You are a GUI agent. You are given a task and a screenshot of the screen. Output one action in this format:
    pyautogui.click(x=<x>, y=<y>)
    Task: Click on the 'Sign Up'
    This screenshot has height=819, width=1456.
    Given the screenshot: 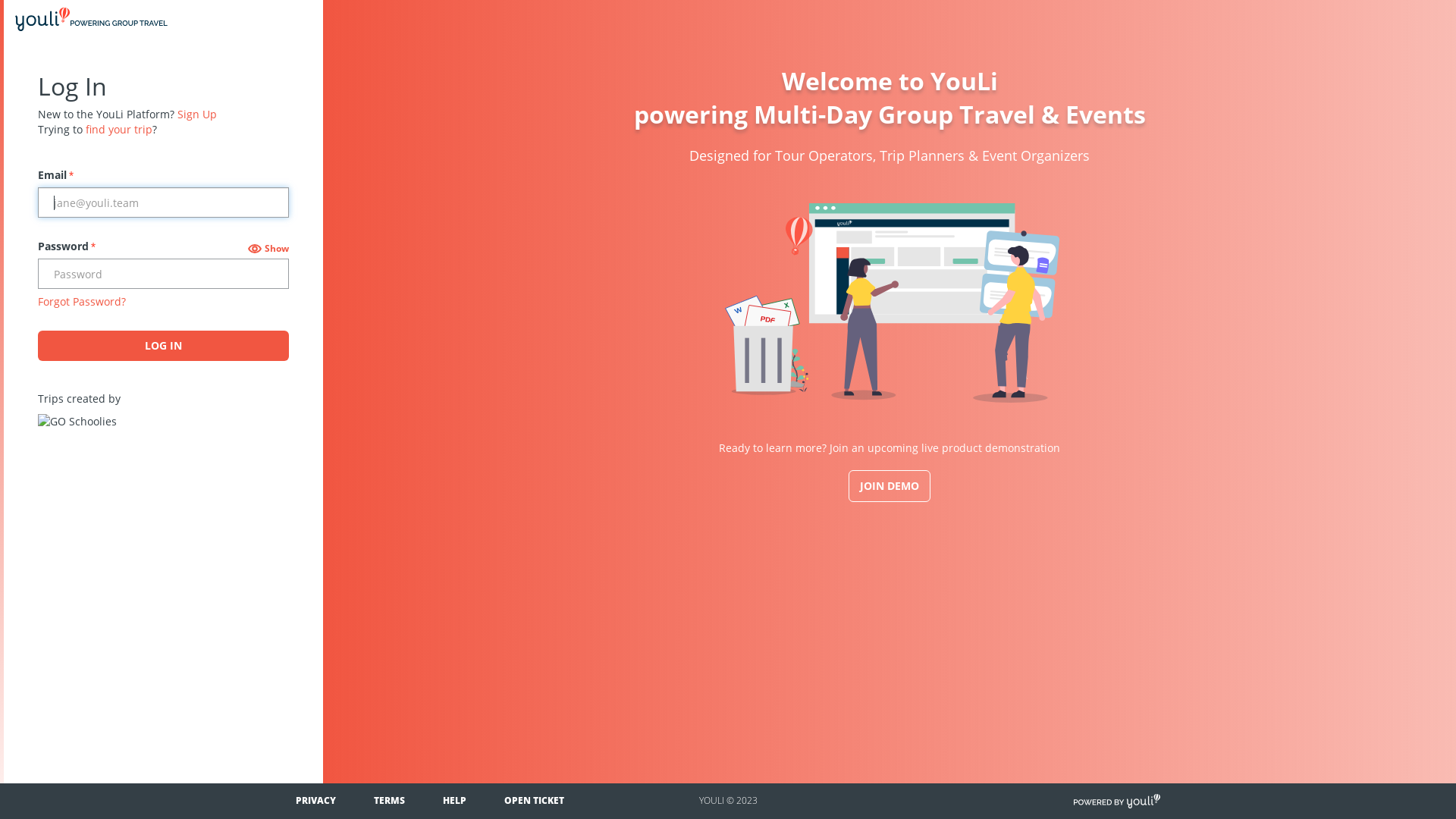 What is the action you would take?
    pyautogui.click(x=196, y=113)
    